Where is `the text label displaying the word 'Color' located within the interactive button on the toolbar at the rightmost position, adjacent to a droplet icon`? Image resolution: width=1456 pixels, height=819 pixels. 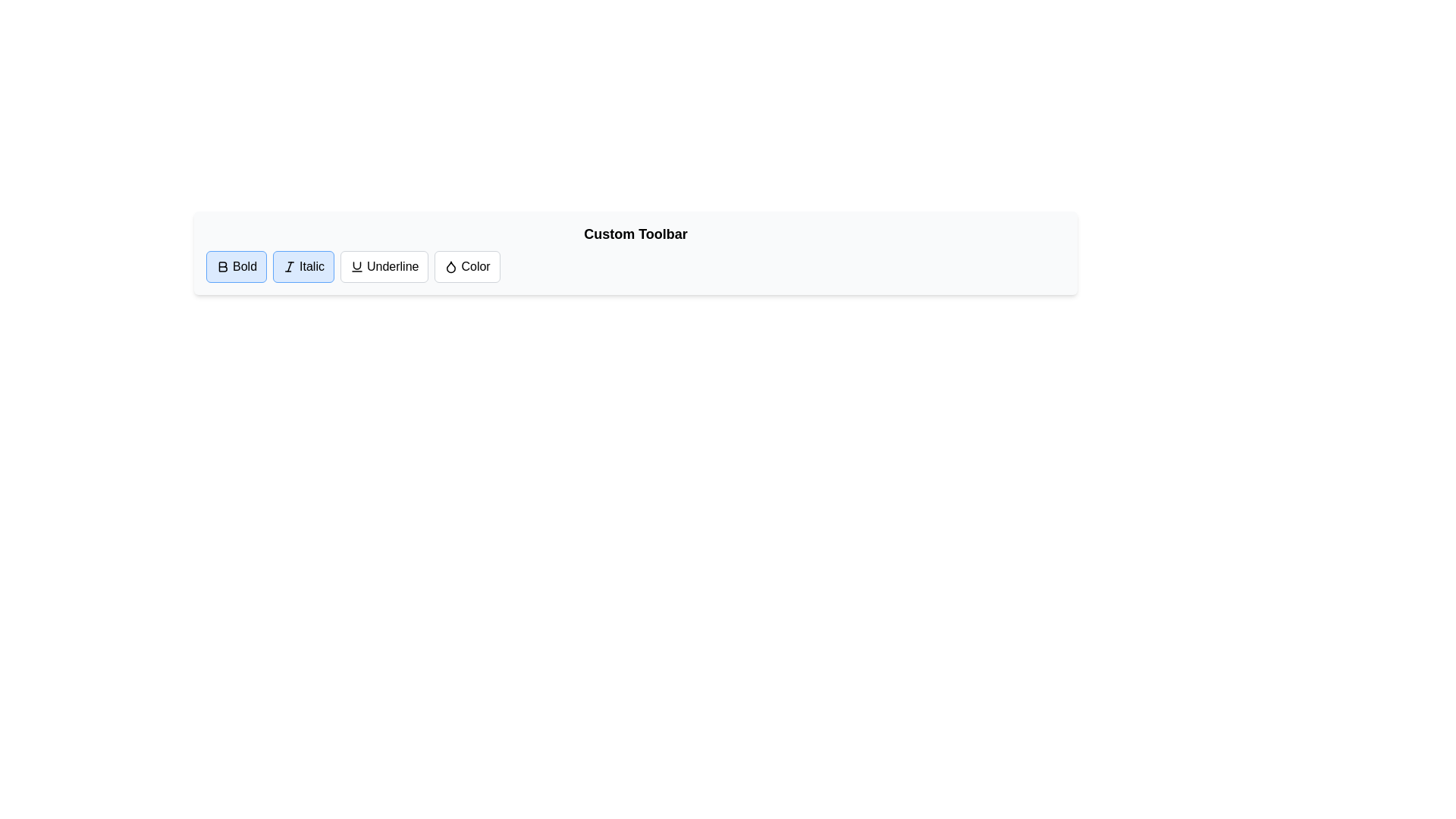 the text label displaying the word 'Color' located within the interactive button on the toolbar at the rightmost position, adjacent to a droplet icon is located at coordinates (475, 265).